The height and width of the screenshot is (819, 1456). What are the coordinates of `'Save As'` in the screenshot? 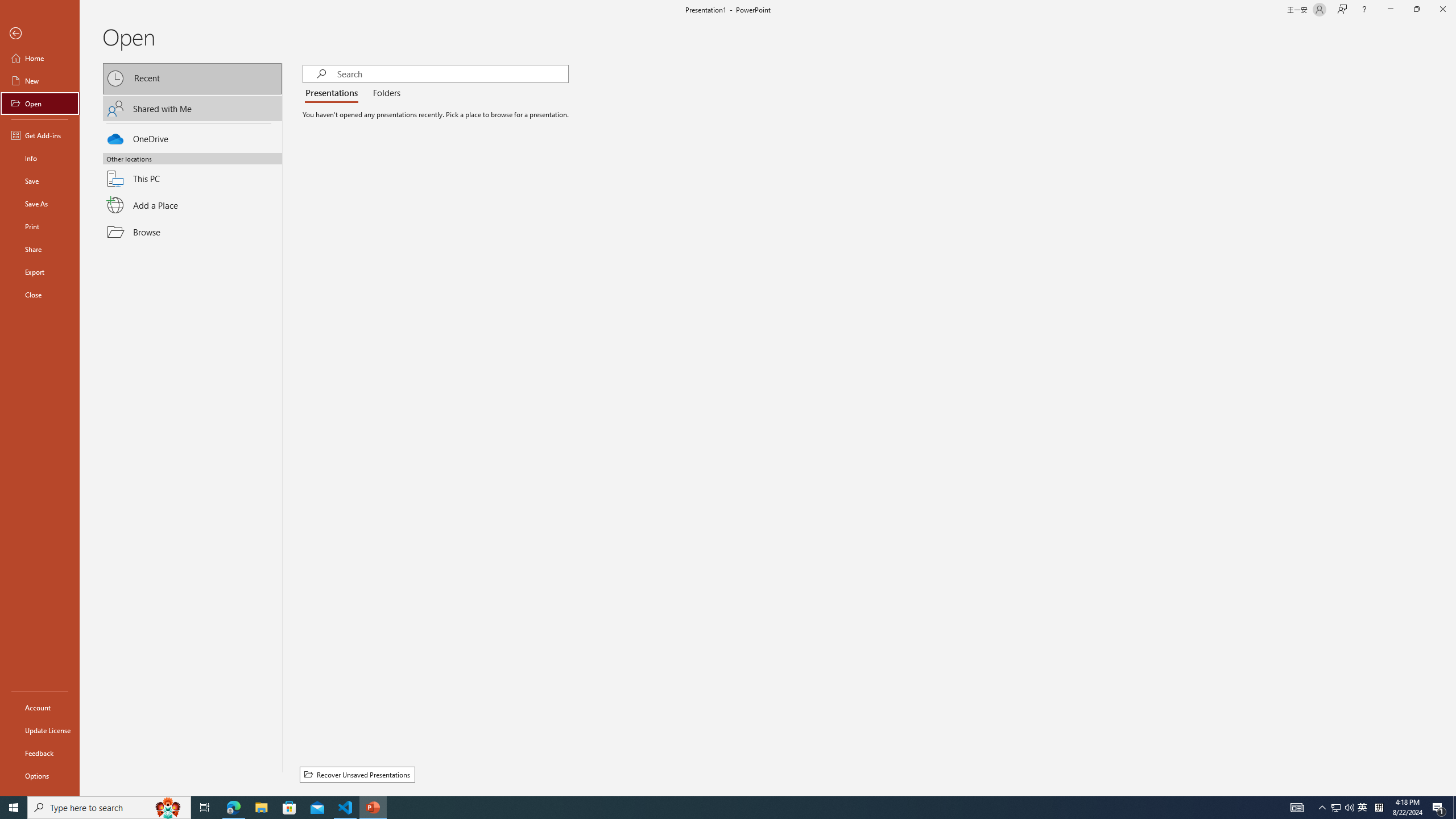 It's located at (39, 202).